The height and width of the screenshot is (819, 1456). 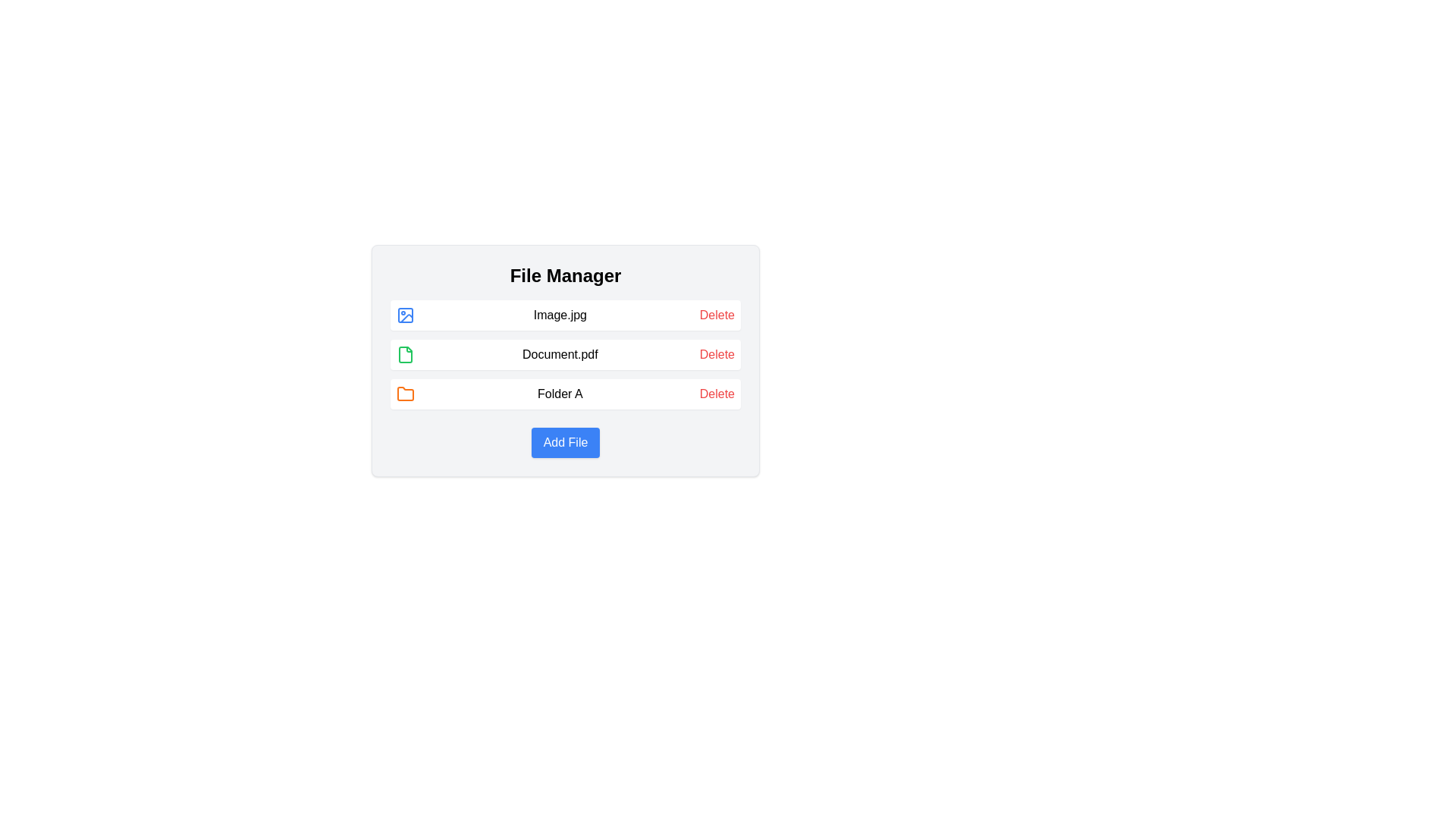 What do you see at coordinates (405, 315) in the screenshot?
I see `the small rectangle with rounded corners that is a decorative shape within the SVG file icon, positioned in the top-left corner of the icon next to 'Image.jpg'` at bounding box center [405, 315].